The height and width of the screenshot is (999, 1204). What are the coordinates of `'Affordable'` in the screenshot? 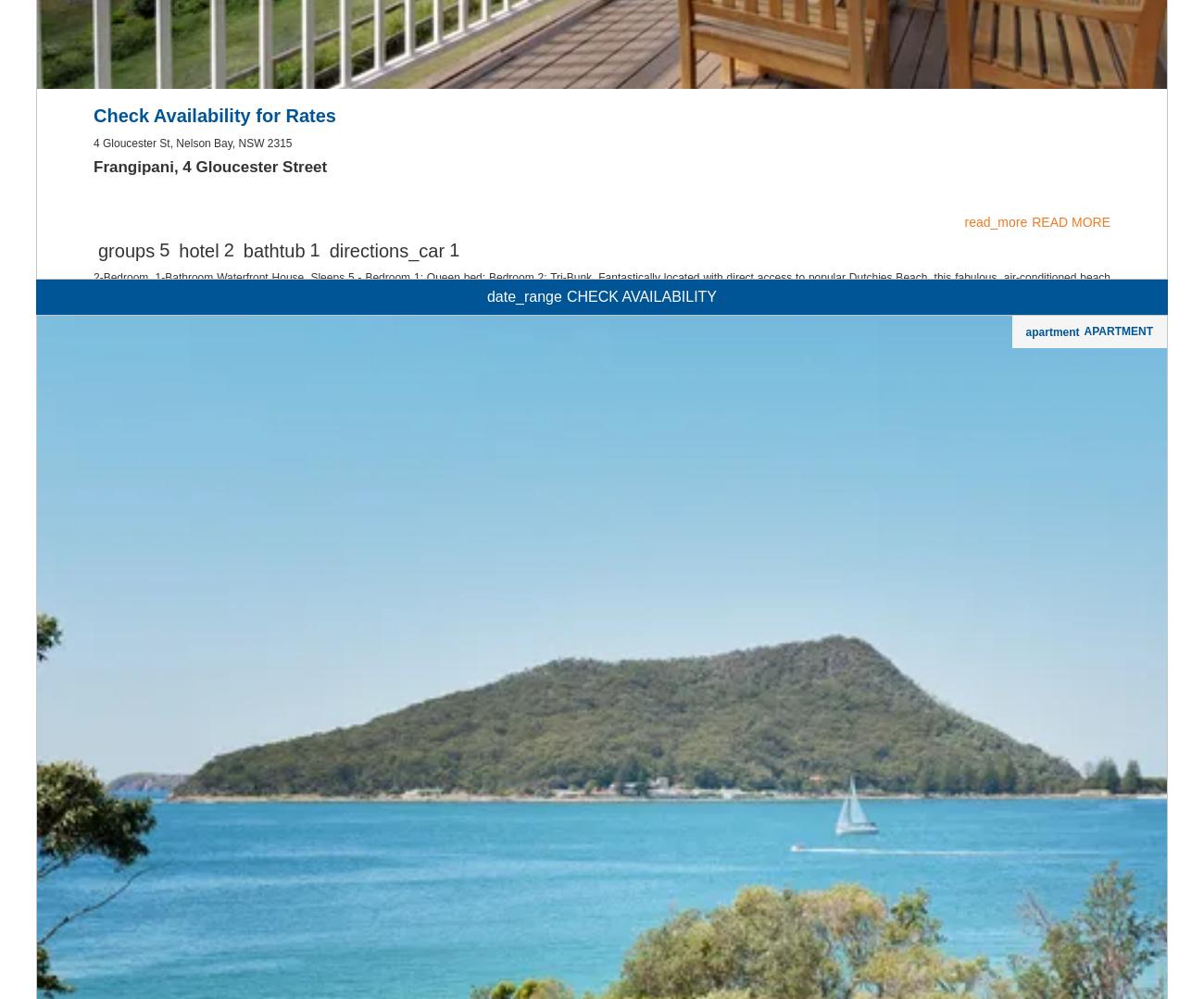 It's located at (89, 38).